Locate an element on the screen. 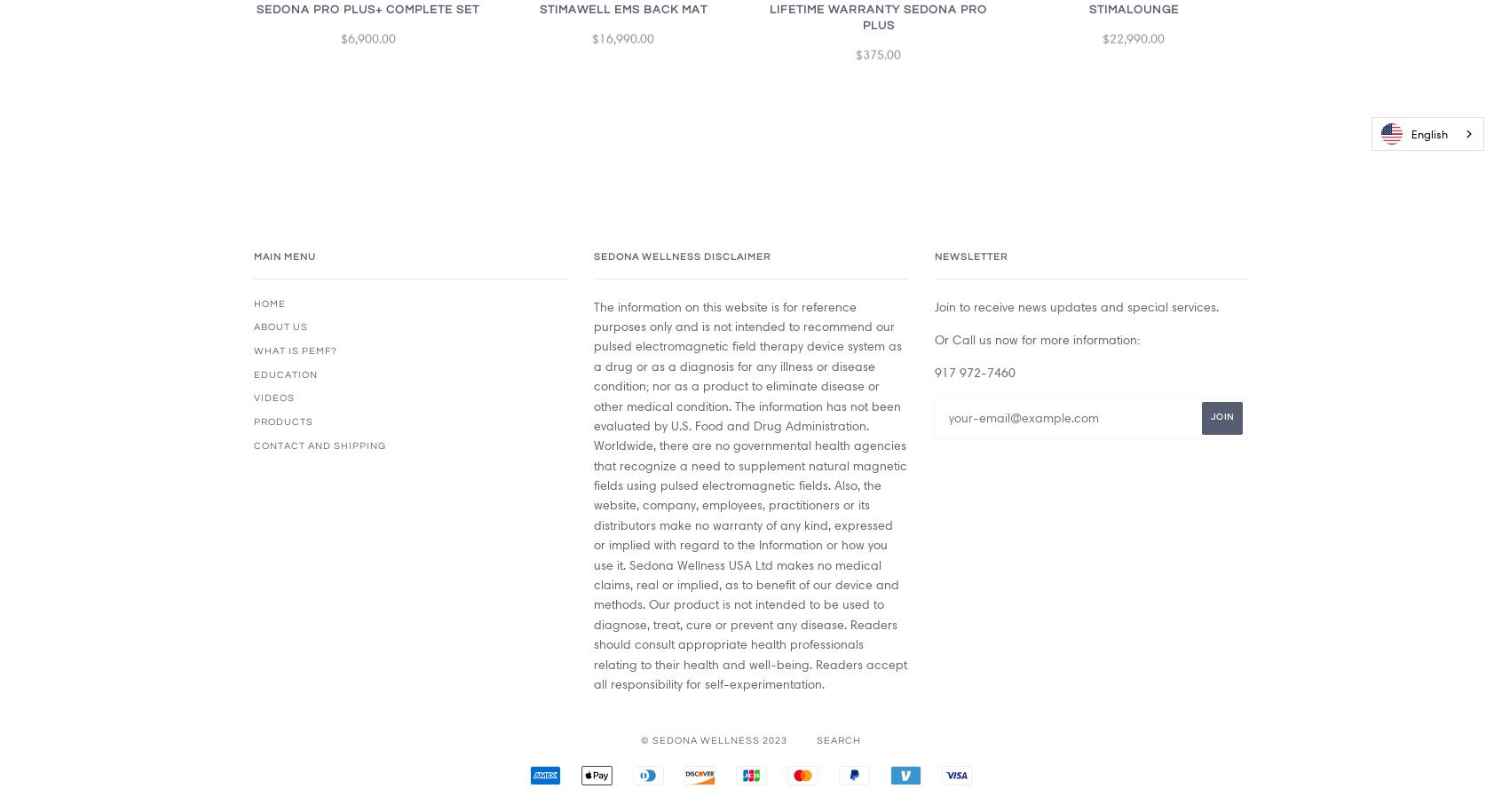  'Videos' is located at coordinates (273, 398).